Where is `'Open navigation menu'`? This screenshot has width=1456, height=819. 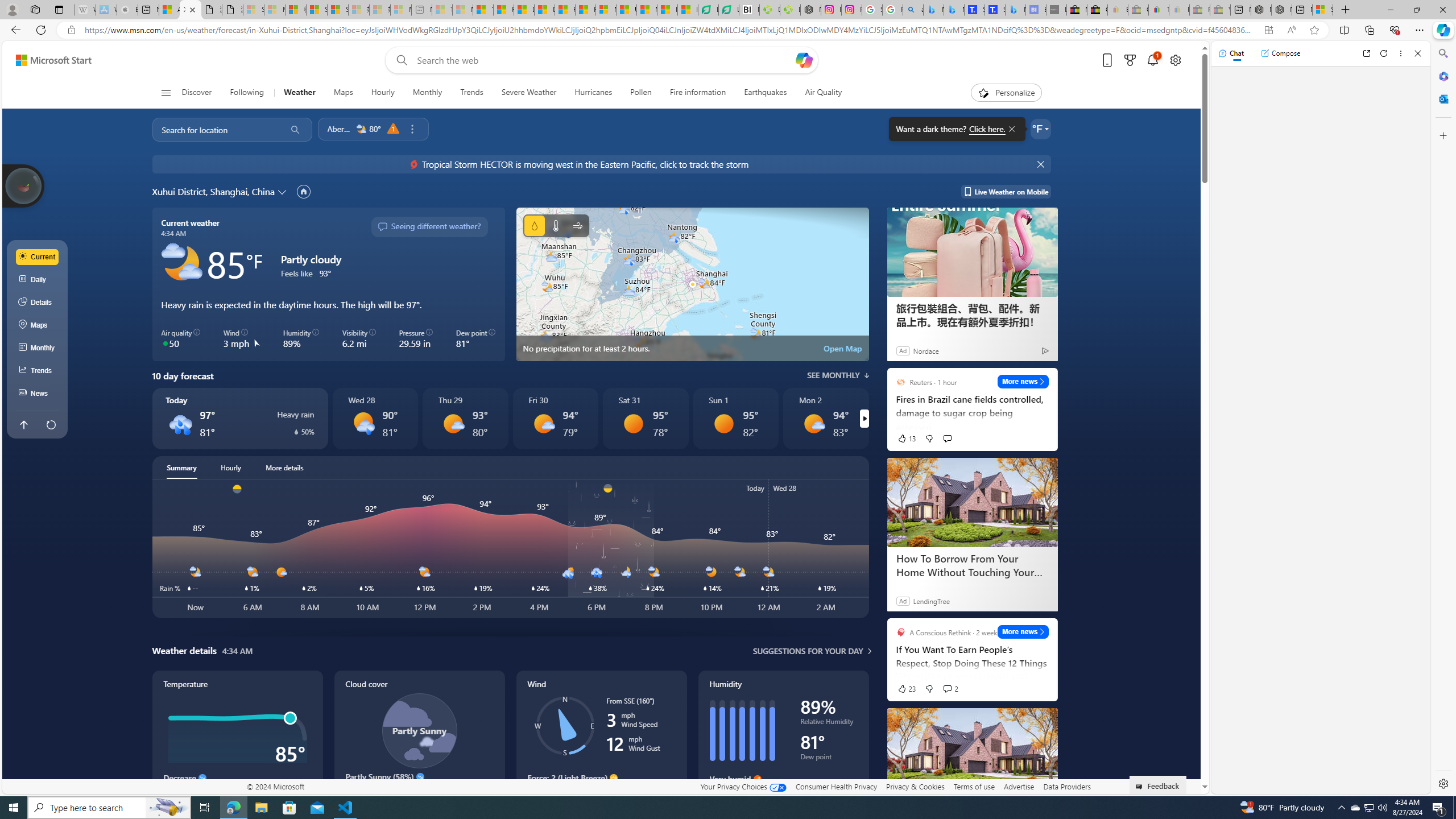
'Open navigation menu' is located at coordinates (164, 92).